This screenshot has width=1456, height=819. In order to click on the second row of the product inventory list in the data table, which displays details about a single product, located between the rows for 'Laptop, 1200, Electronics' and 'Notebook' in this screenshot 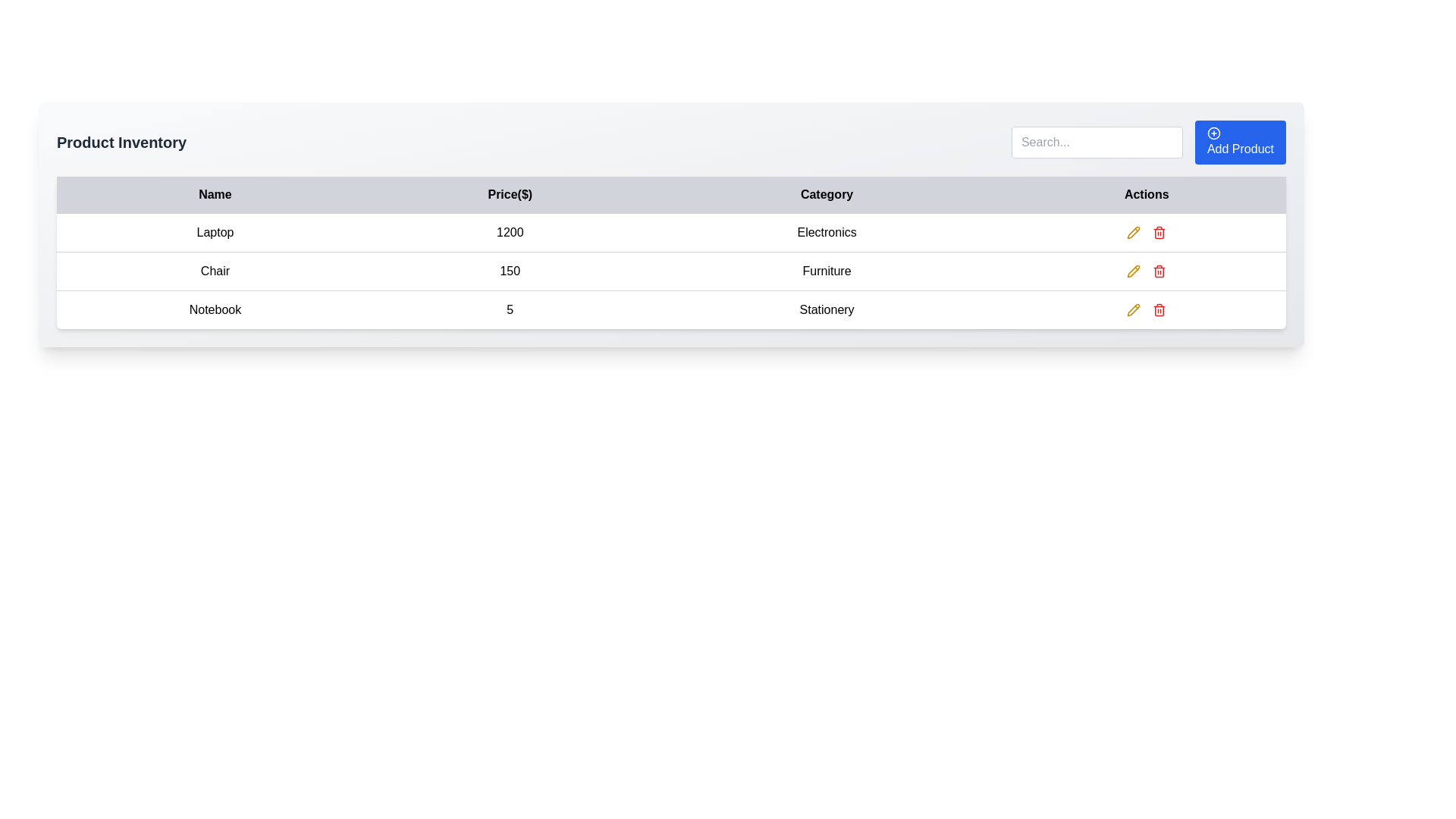, I will do `click(670, 271)`.